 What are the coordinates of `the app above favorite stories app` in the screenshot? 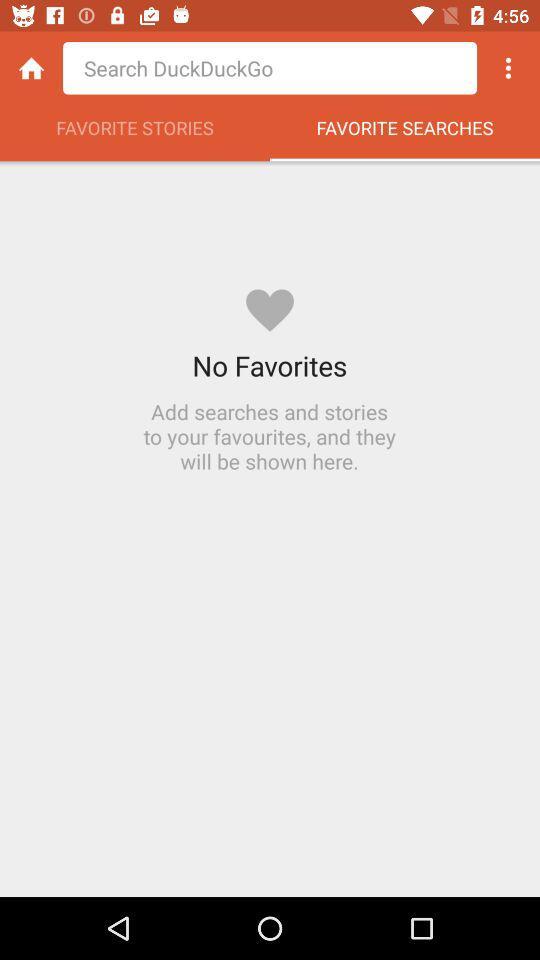 It's located at (270, 68).